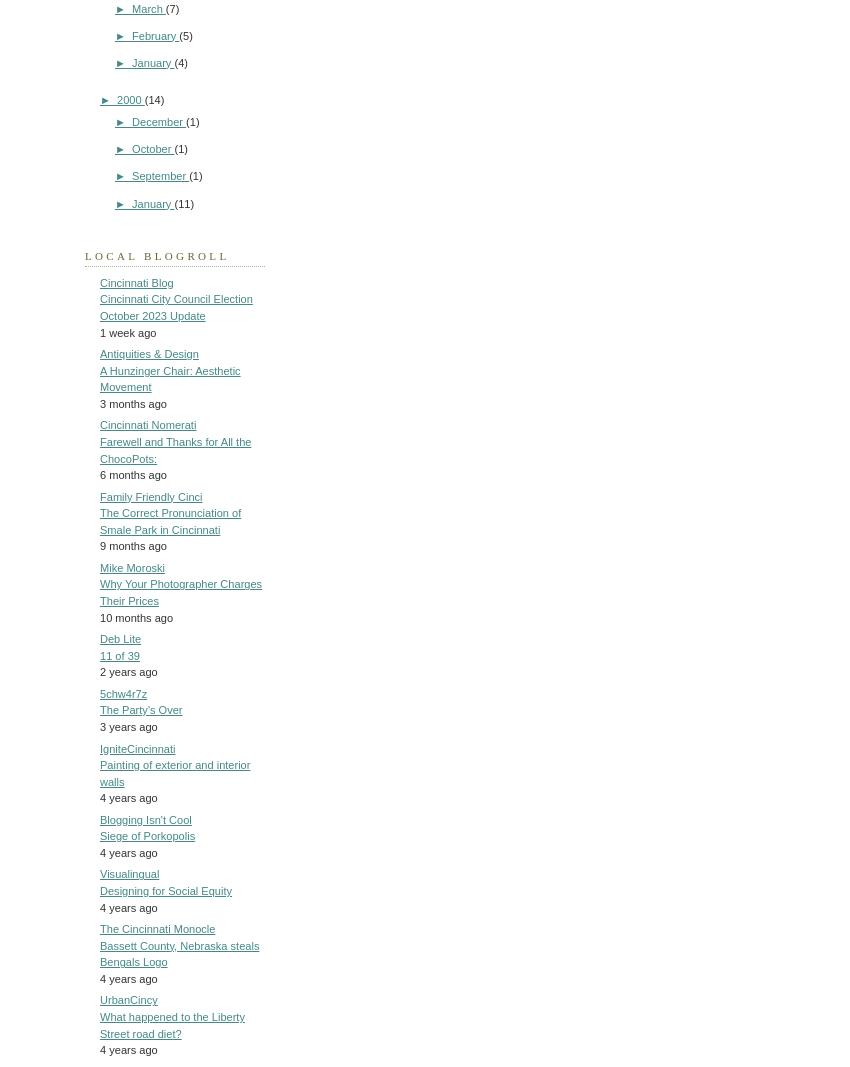  Describe the element at coordinates (174, 448) in the screenshot. I see `'Farewell and Thanks for All the ChocoPots:'` at that location.